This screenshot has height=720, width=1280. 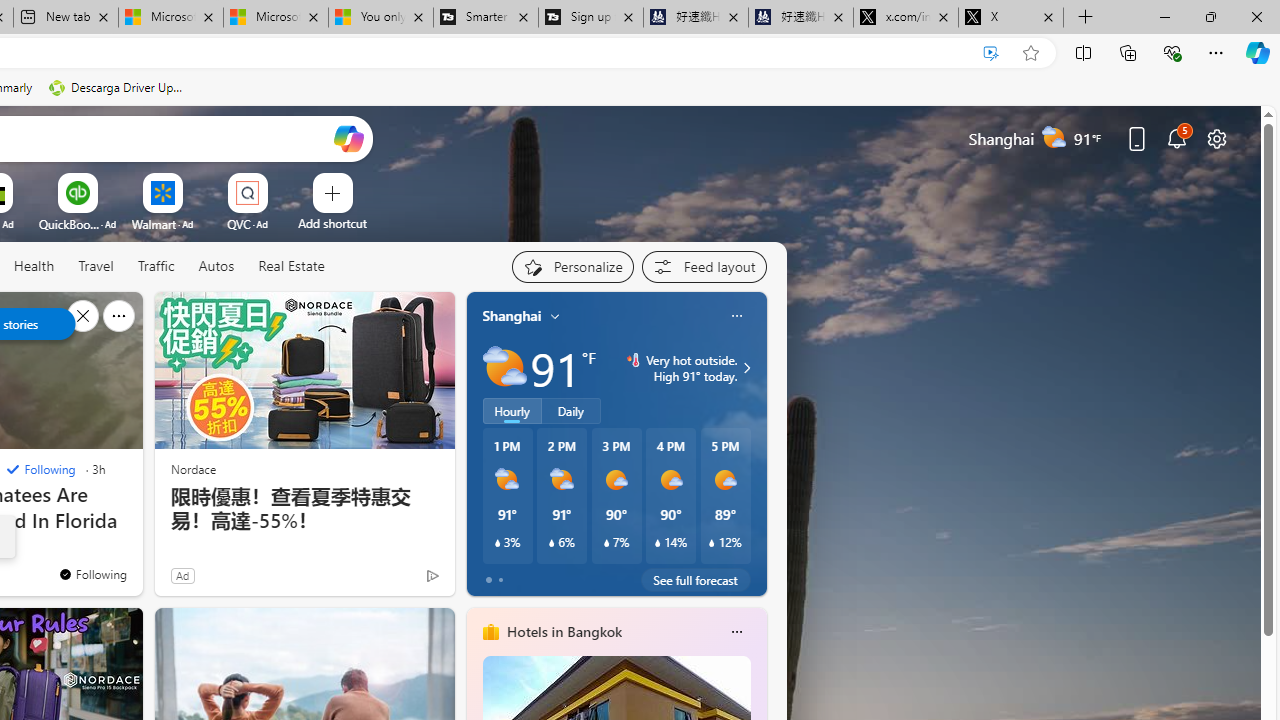 I want to click on 'Descarga Driver Updater', so click(x=117, y=87).